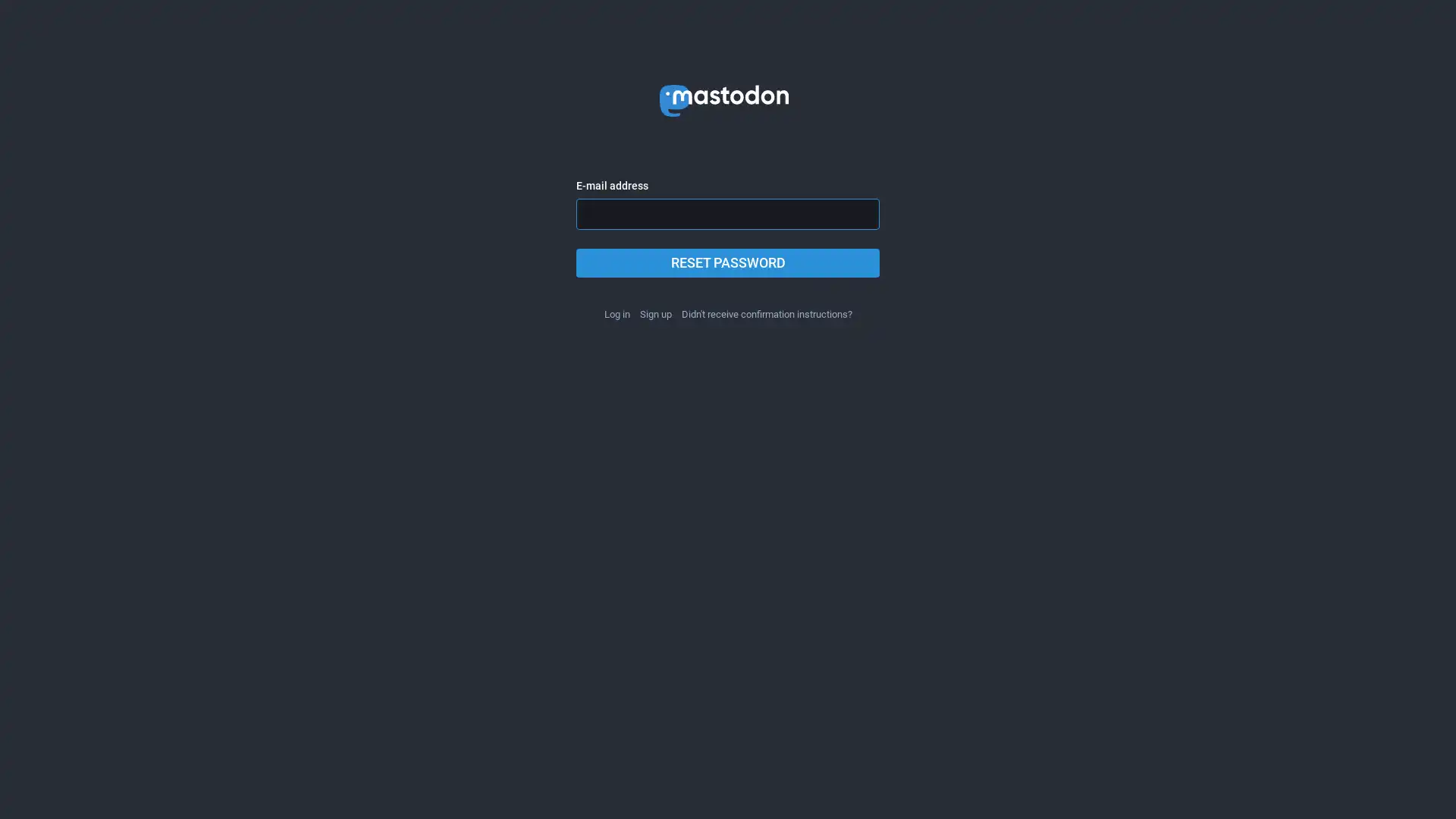  What do you see at coordinates (728, 262) in the screenshot?
I see `RESET PASSWORD` at bounding box center [728, 262].